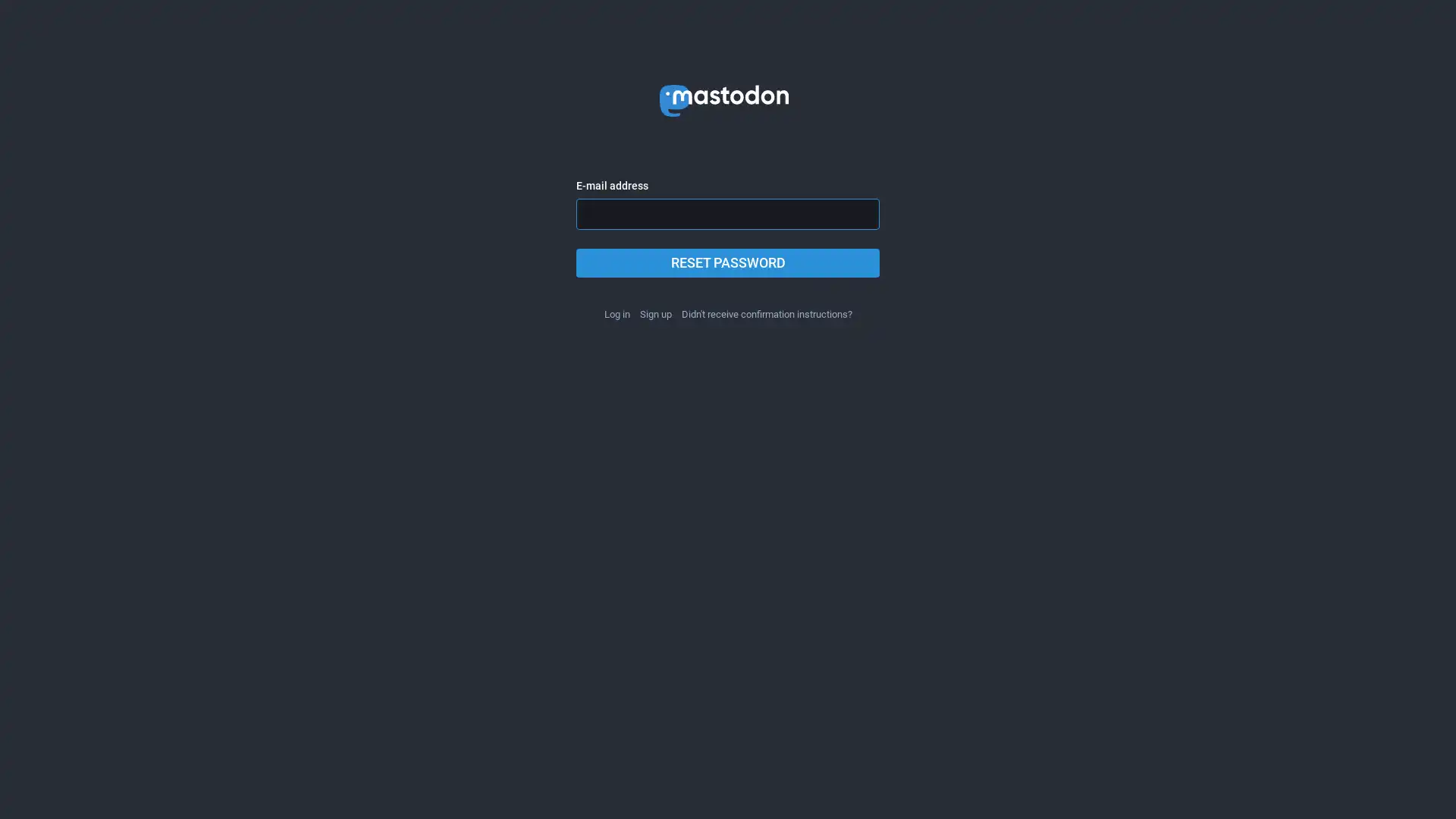  What do you see at coordinates (728, 262) in the screenshot?
I see `RESET PASSWORD` at bounding box center [728, 262].